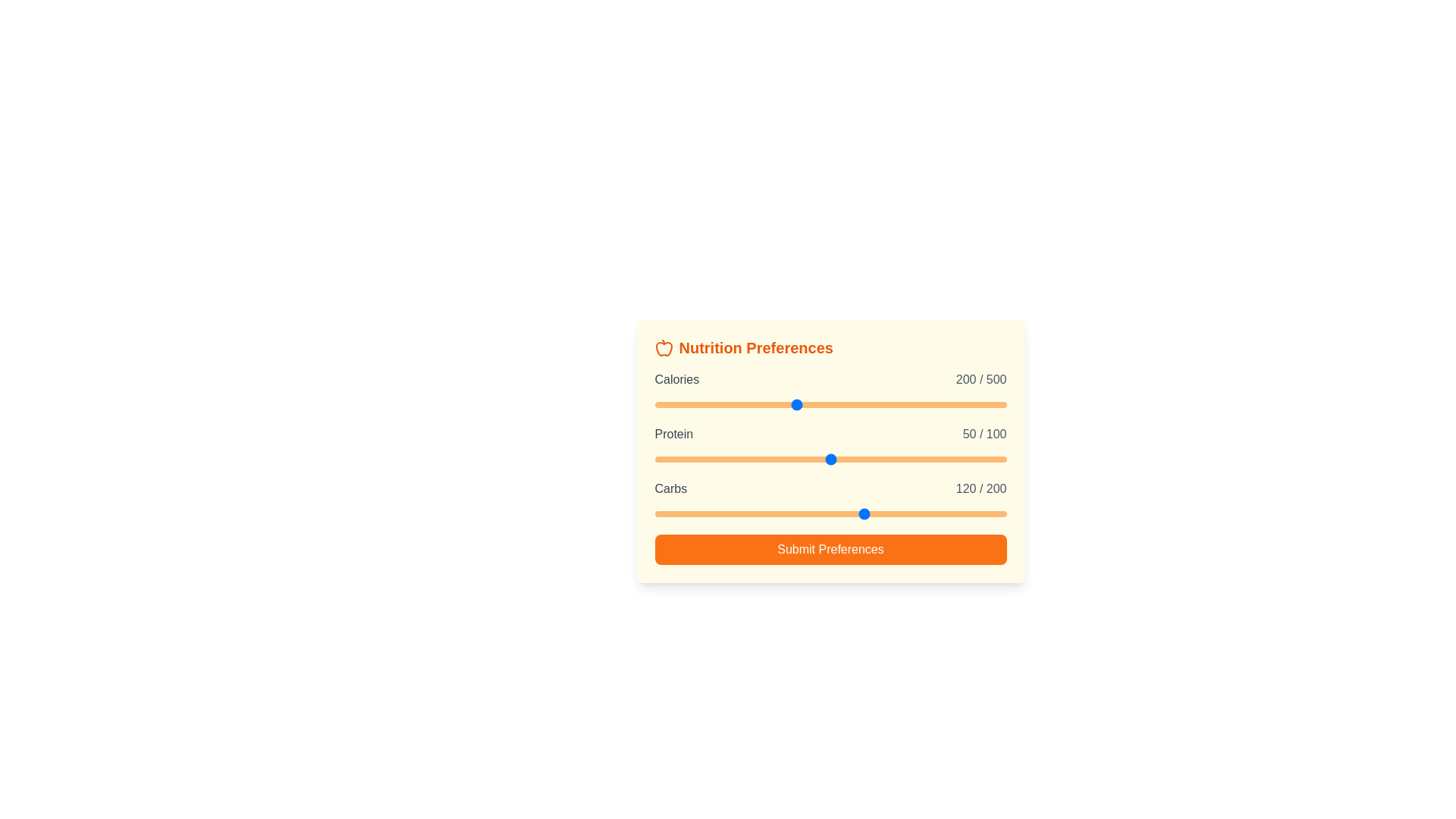 The image size is (1456, 819). Describe the element at coordinates (984, 435) in the screenshot. I see `the static text label displaying '50 / 100' for the 'Protein' category, which is positioned to the right of the 'Protein' label` at that location.